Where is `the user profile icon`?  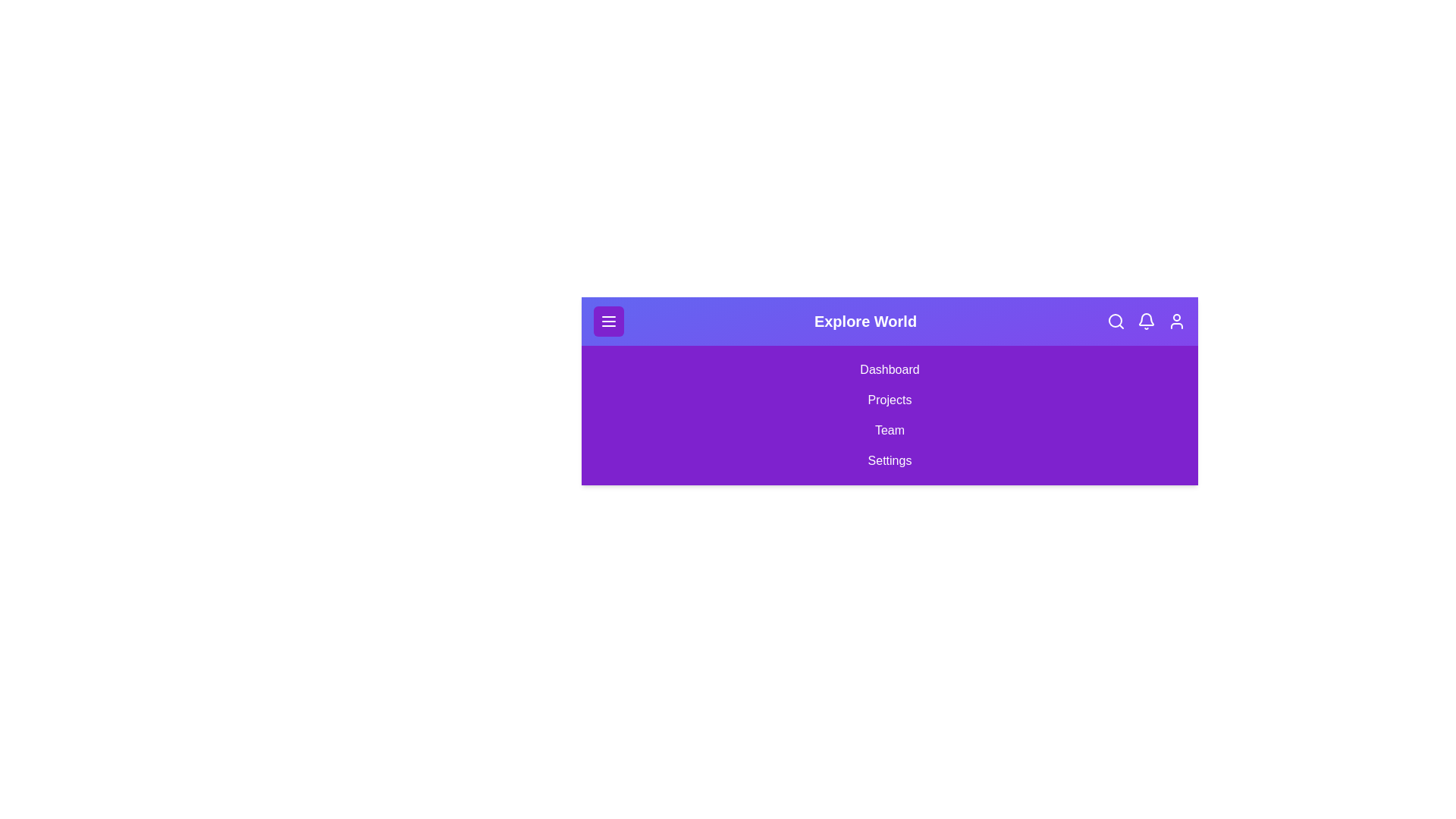 the user profile icon is located at coordinates (1175, 321).